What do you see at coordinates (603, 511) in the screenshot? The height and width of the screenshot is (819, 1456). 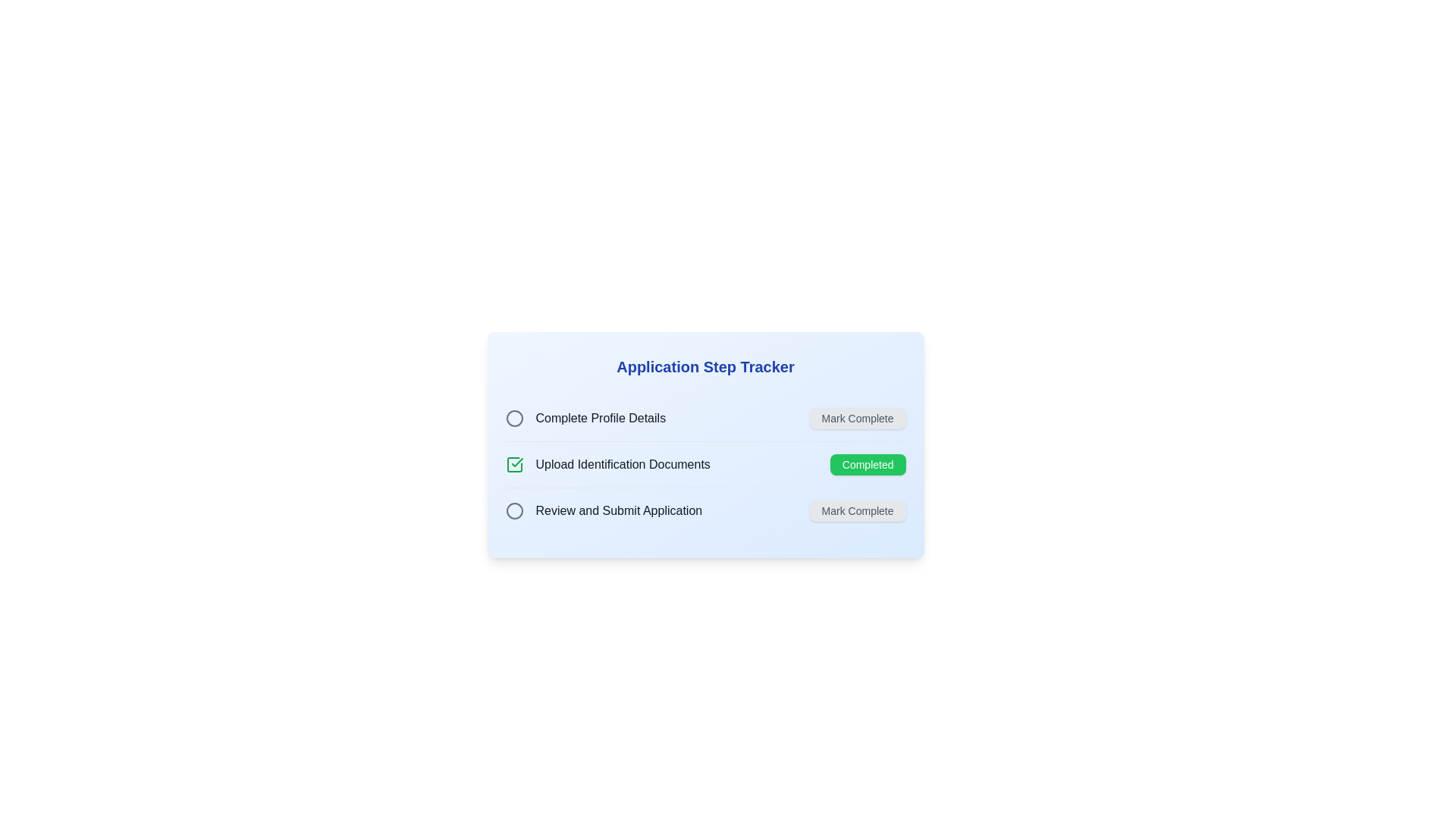 I see `the circular icon of the 'Review and Submit Application' progress step item to mark the step as complete` at bounding box center [603, 511].